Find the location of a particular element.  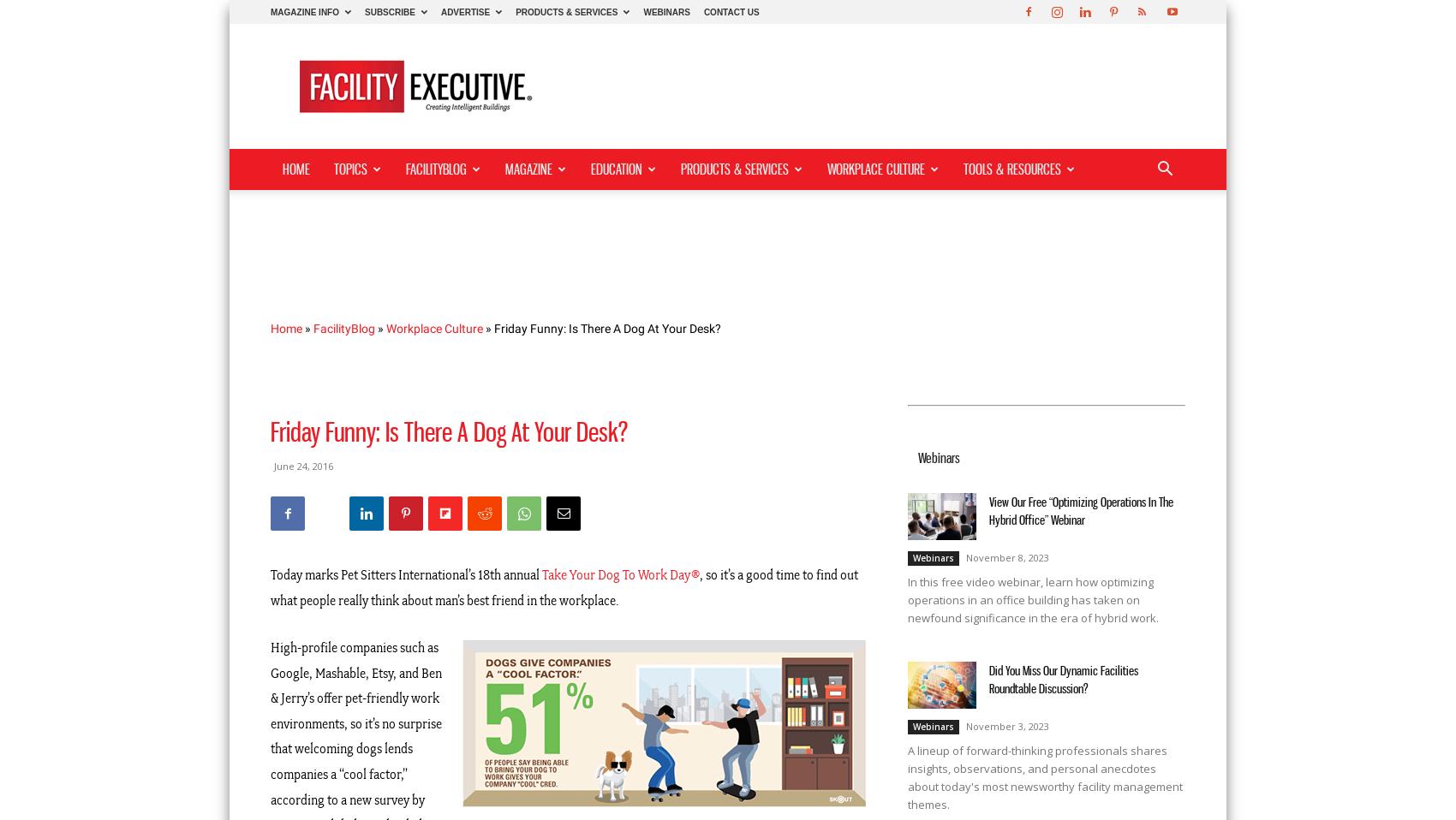

'Workplace Culture' is located at coordinates (434, 327).